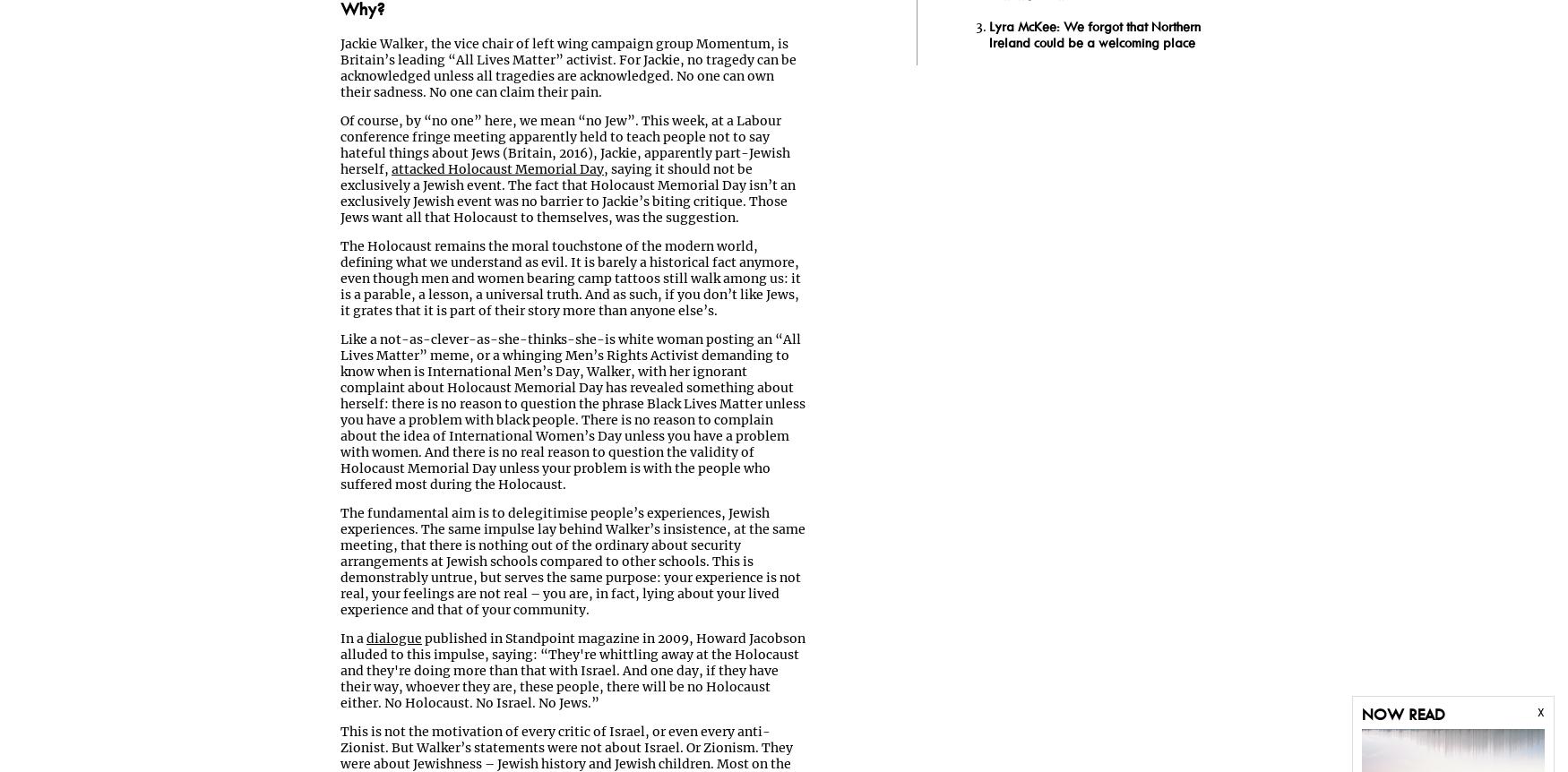 The width and height of the screenshot is (1568, 772). What do you see at coordinates (989, 34) in the screenshot?
I see `'Lyra McKee: We forgot that Northern Ireland could be a welcoming place'` at bounding box center [989, 34].